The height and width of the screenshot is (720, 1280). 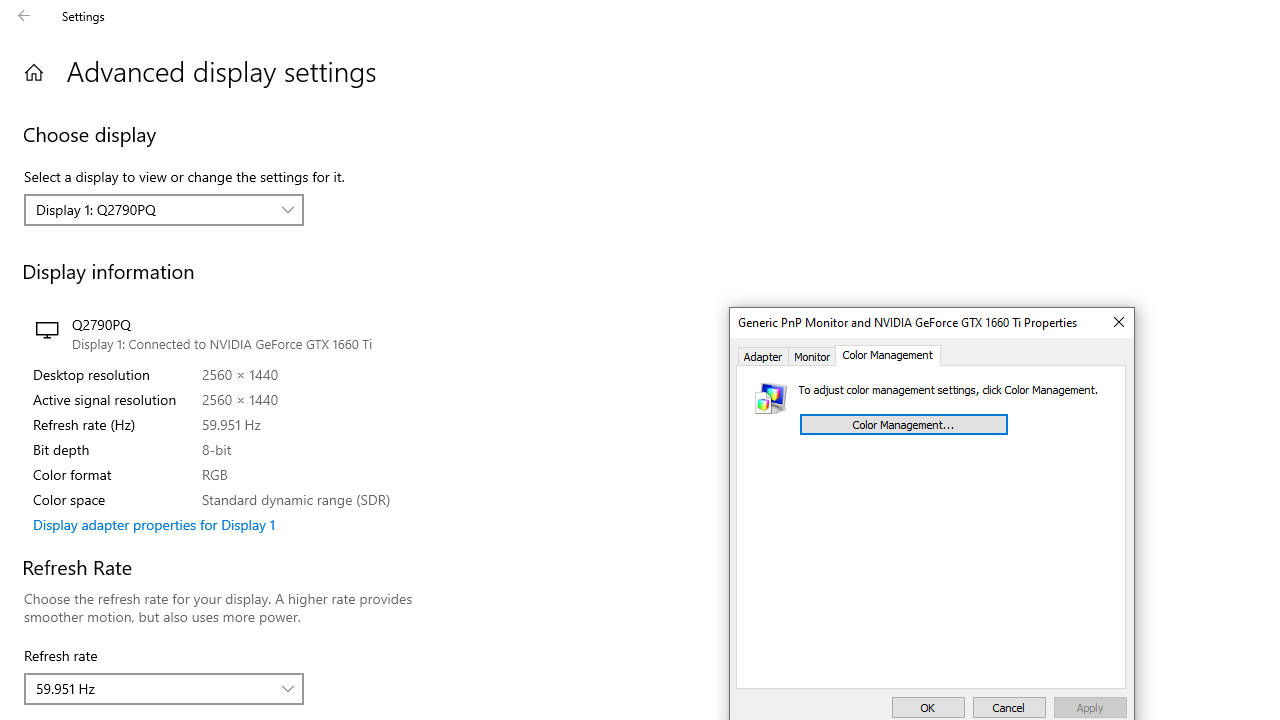 What do you see at coordinates (812, 355) in the screenshot?
I see `'Monitor'` at bounding box center [812, 355].